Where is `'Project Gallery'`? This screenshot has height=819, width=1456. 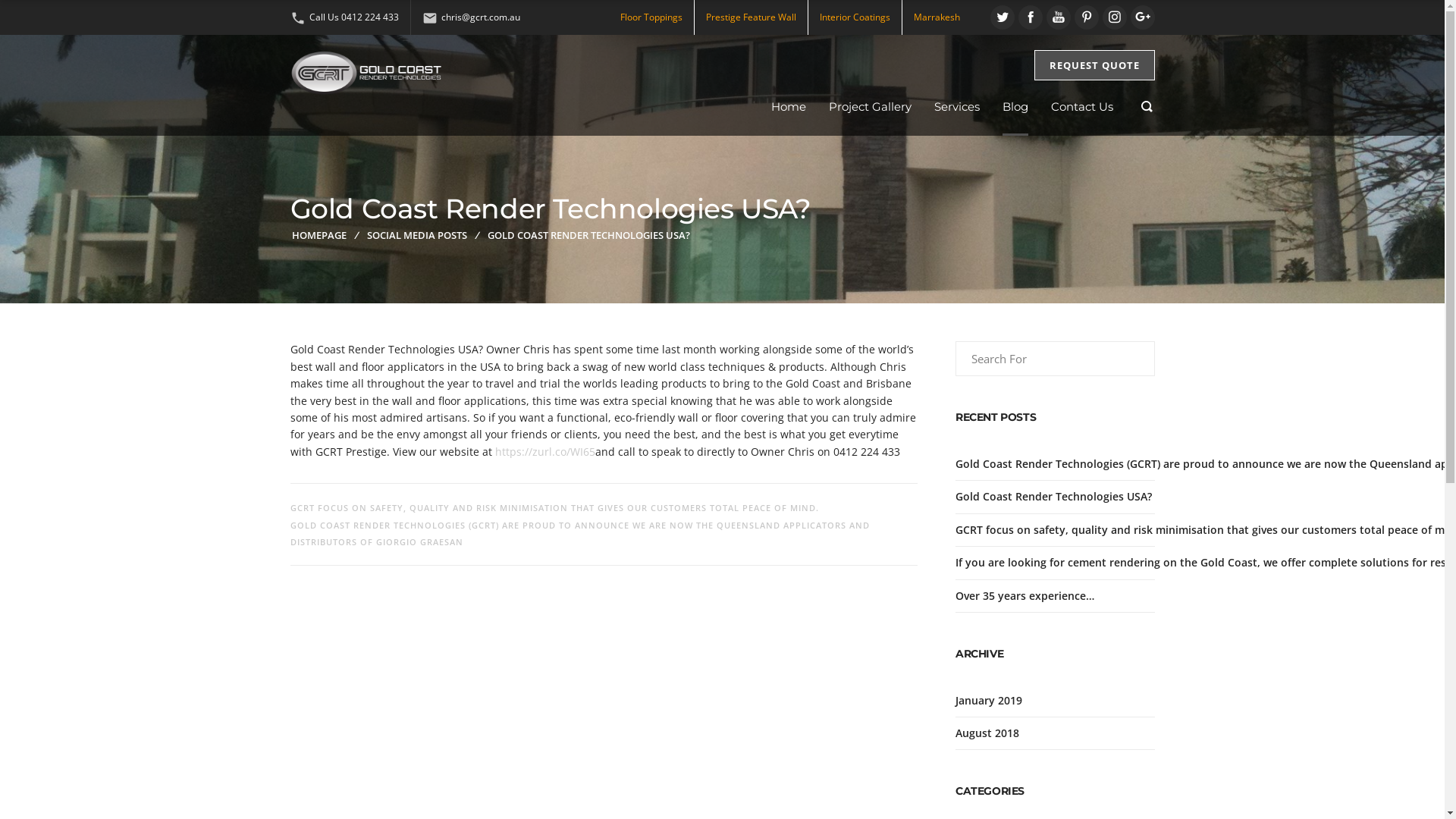 'Project Gallery' is located at coordinates (869, 107).